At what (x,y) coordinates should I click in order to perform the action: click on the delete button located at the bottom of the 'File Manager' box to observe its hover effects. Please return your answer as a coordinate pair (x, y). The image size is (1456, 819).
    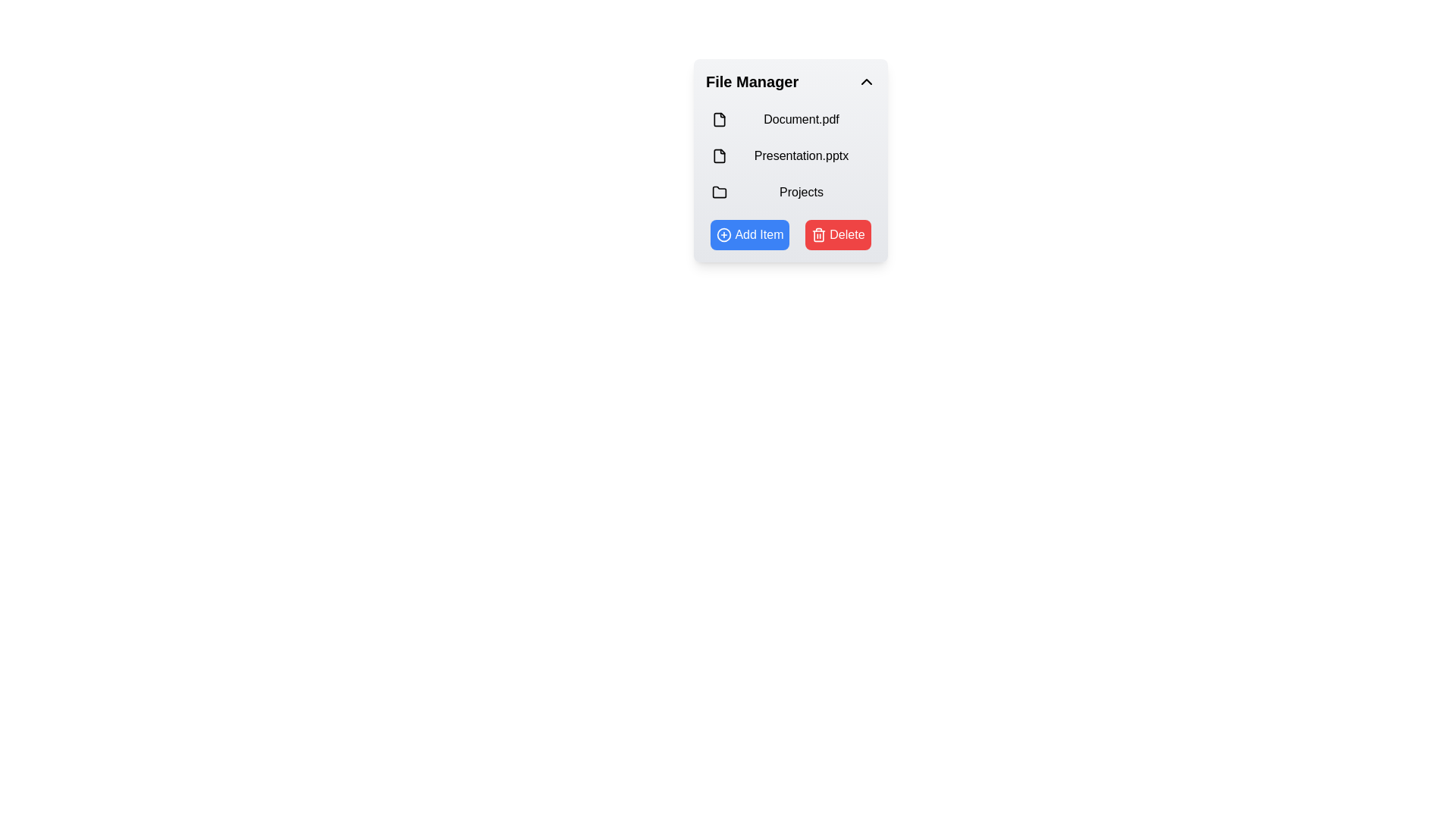
    Looking at the image, I should click on (837, 234).